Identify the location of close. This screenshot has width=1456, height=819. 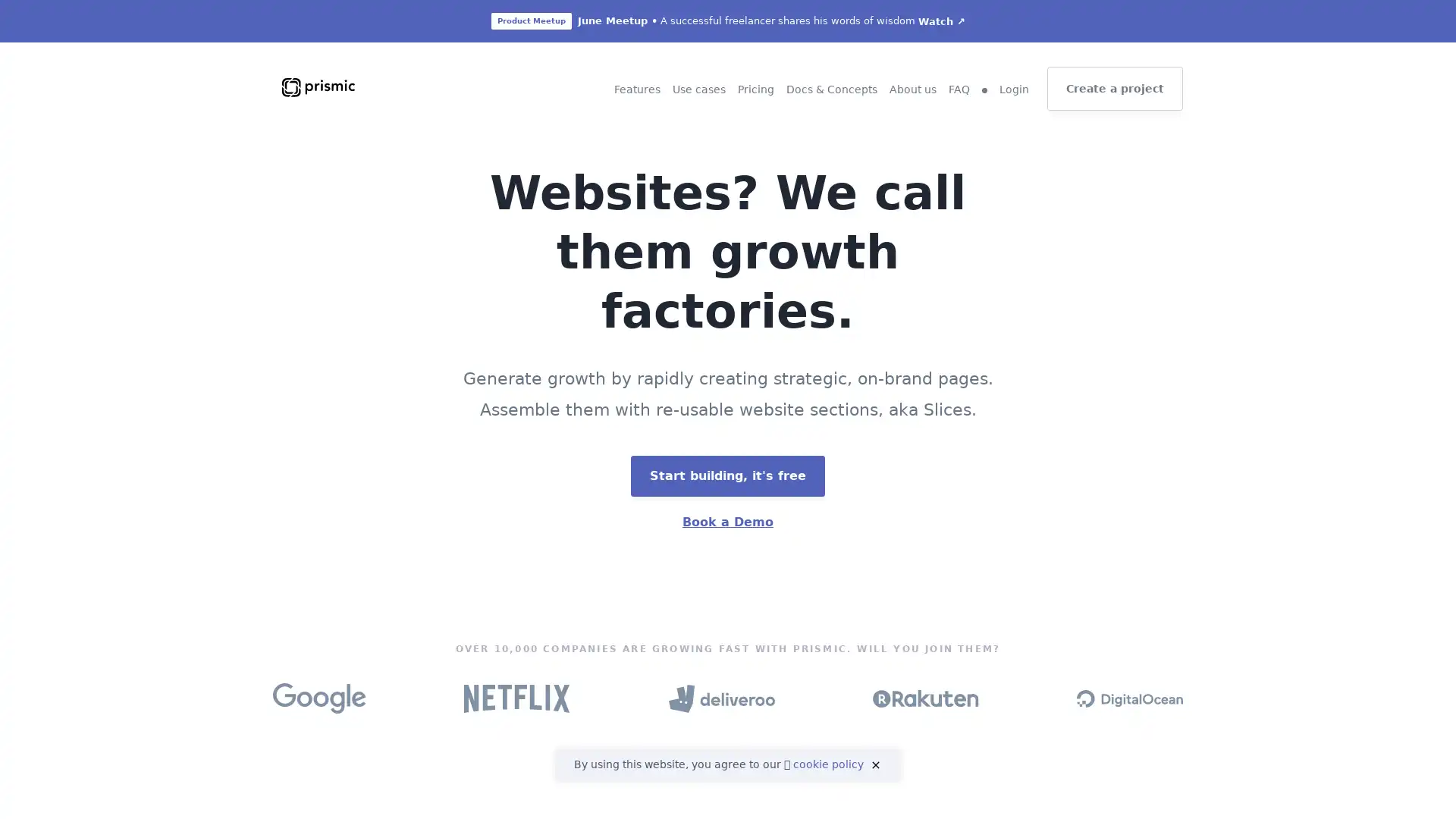
(876, 765).